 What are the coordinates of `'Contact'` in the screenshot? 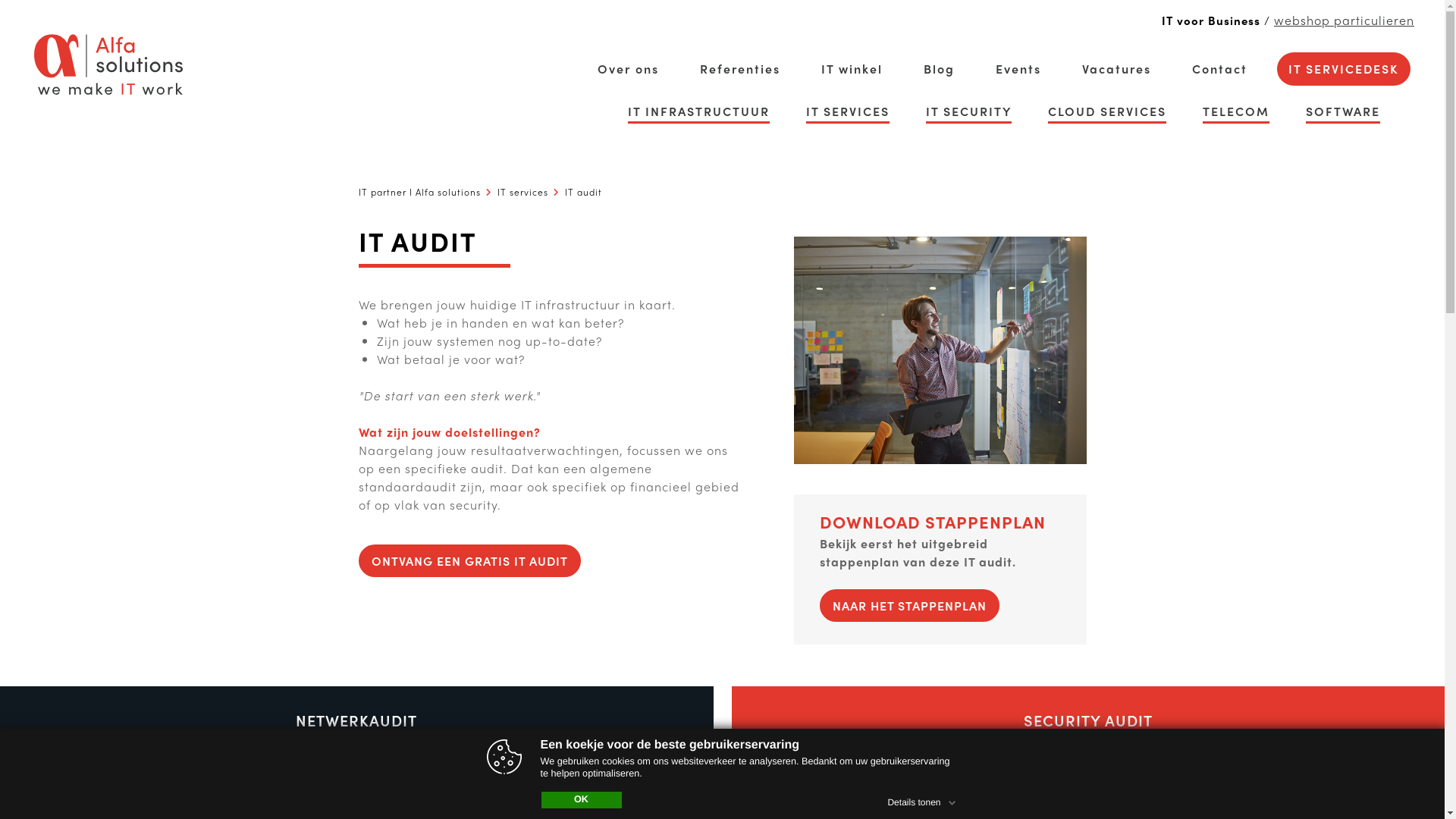 It's located at (1219, 69).